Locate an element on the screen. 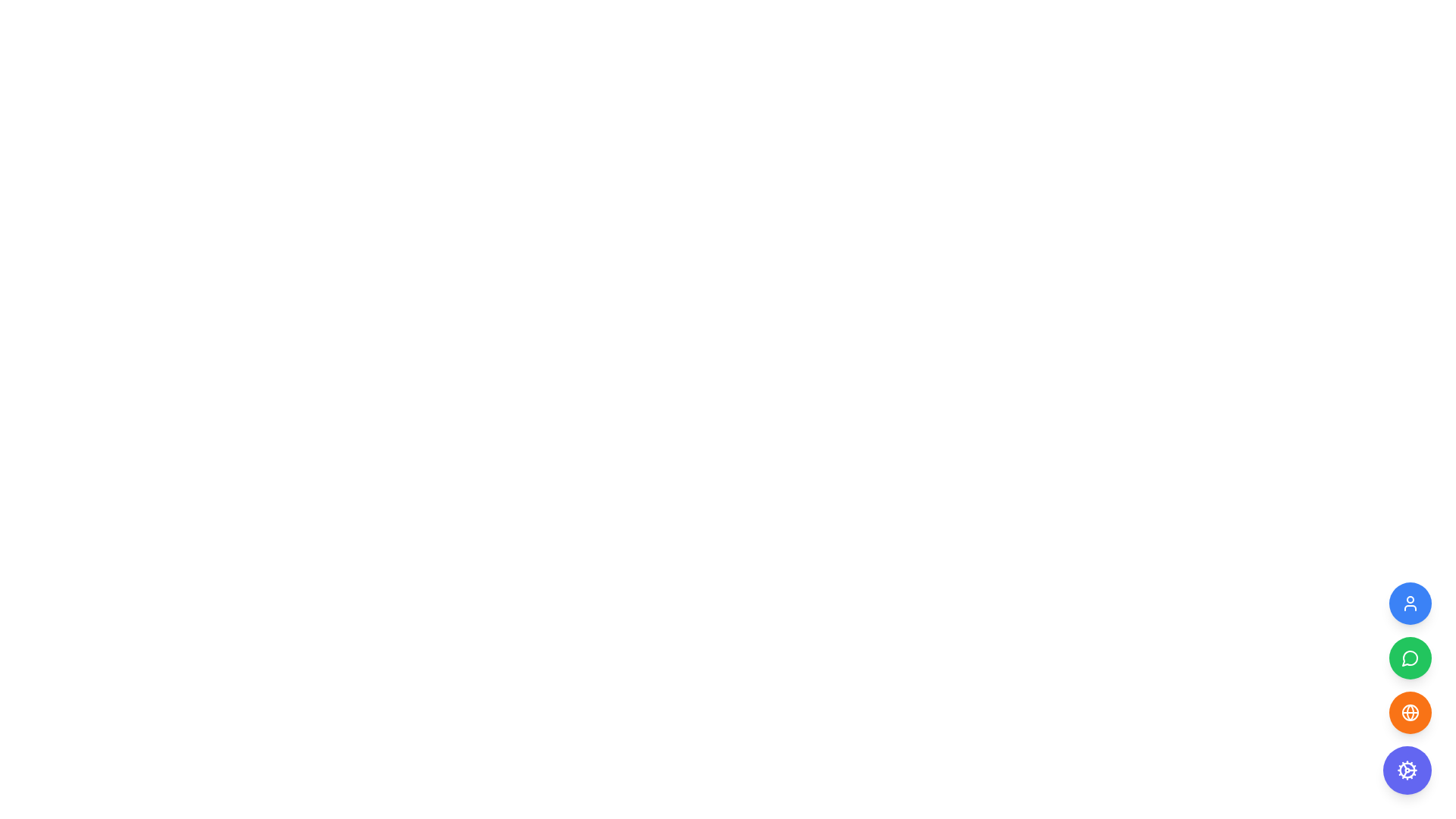 Image resolution: width=1456 pixels, height=819 pixels. the green circular icon button depicting a speech bubble outline is located at coordinates (1410, 657).